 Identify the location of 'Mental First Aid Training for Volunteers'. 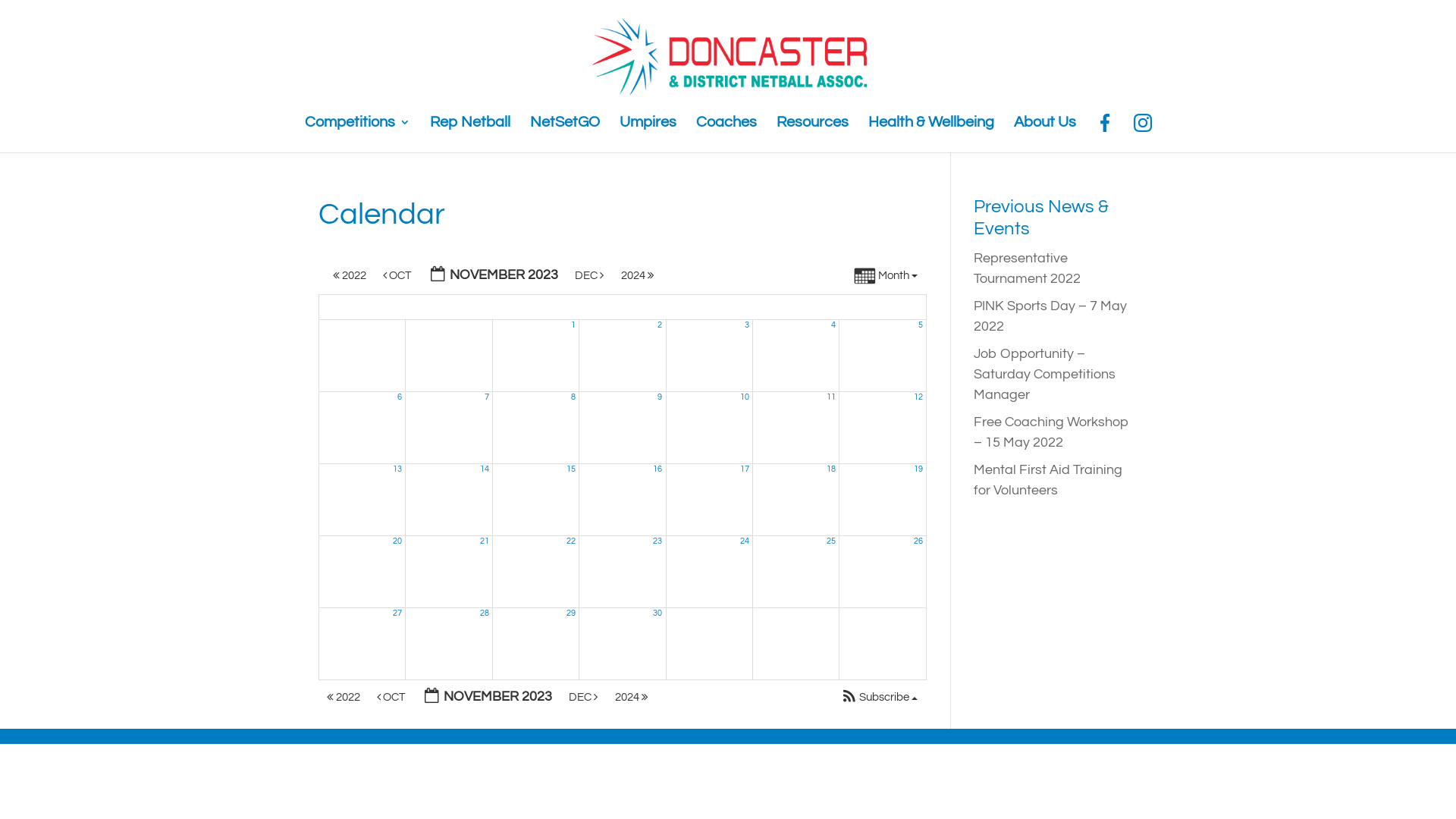
(1047, 479).